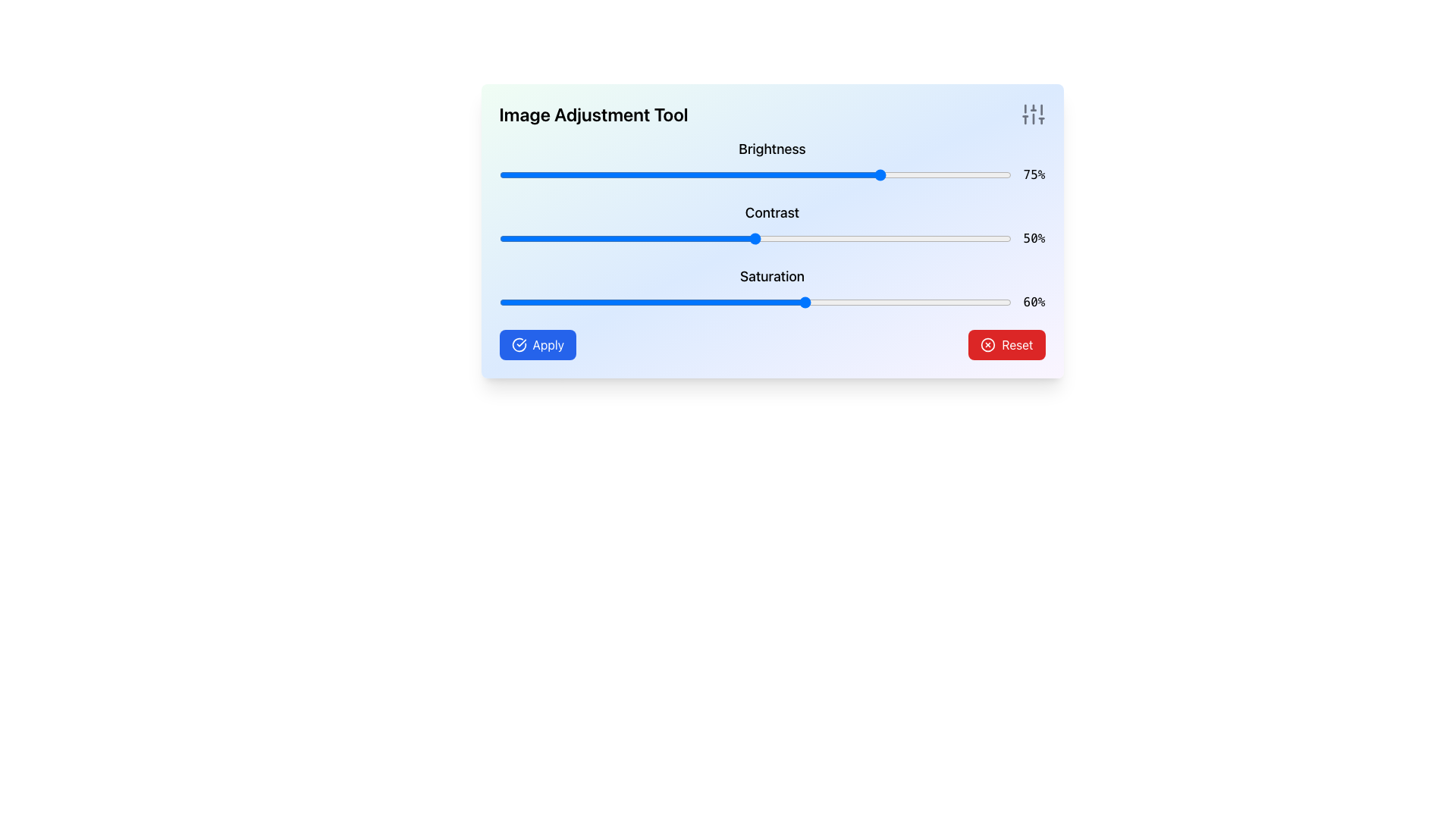 The height and width of the screenshot is (819, 1456). Describe the element at coordinates (703, 174) in the screenshot. I see `brightness` at that location.